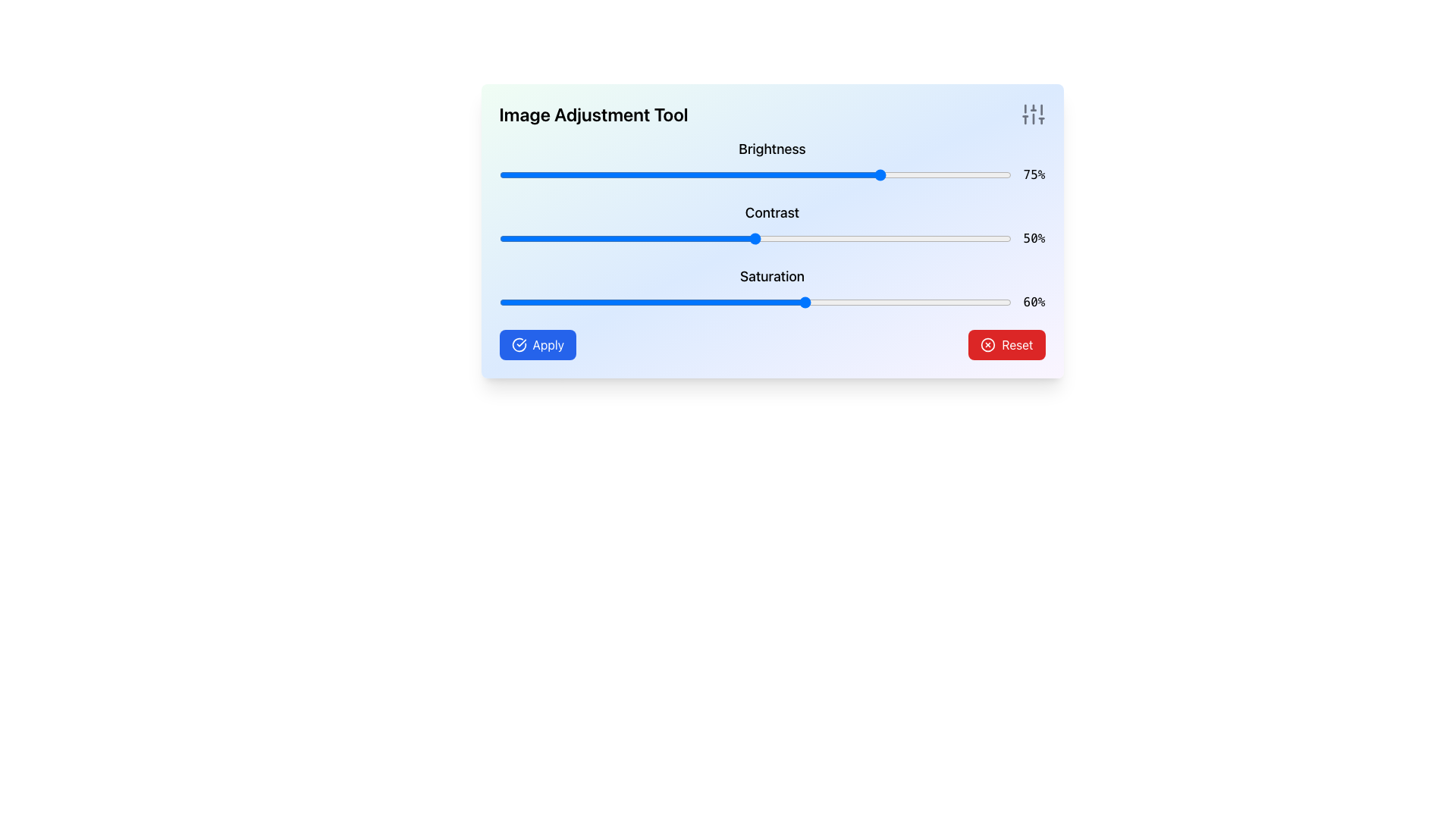 The height and width of the screenshot is (819, 1456). Describe the element at coordinates (703, 174) in the screenshot. I see `brightness` at that location.